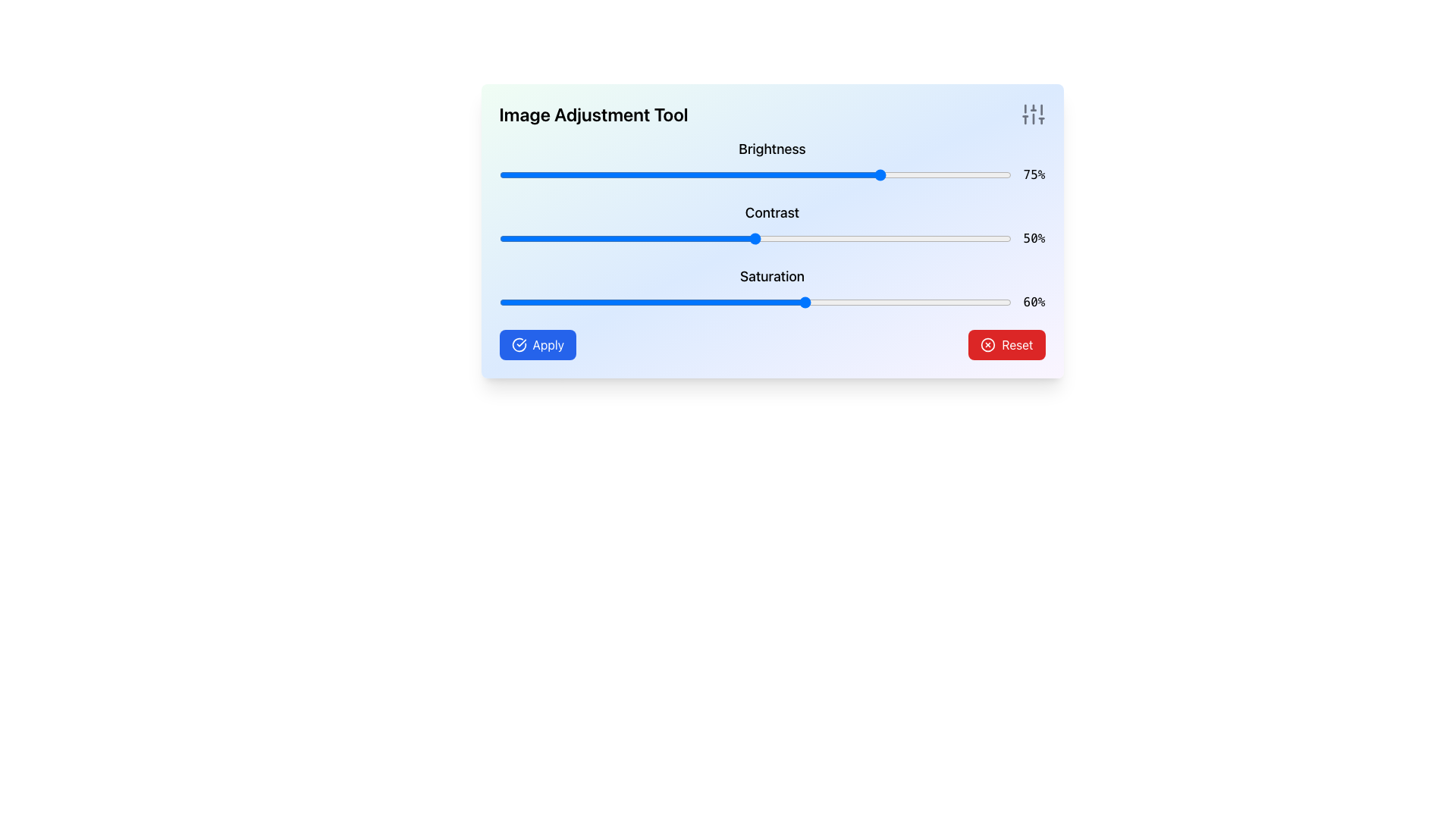 The height and width of the screenshot is (819, 1456). Describe the element at coordinates (703, 174) in the screenshot. I see `brightness` at that location.